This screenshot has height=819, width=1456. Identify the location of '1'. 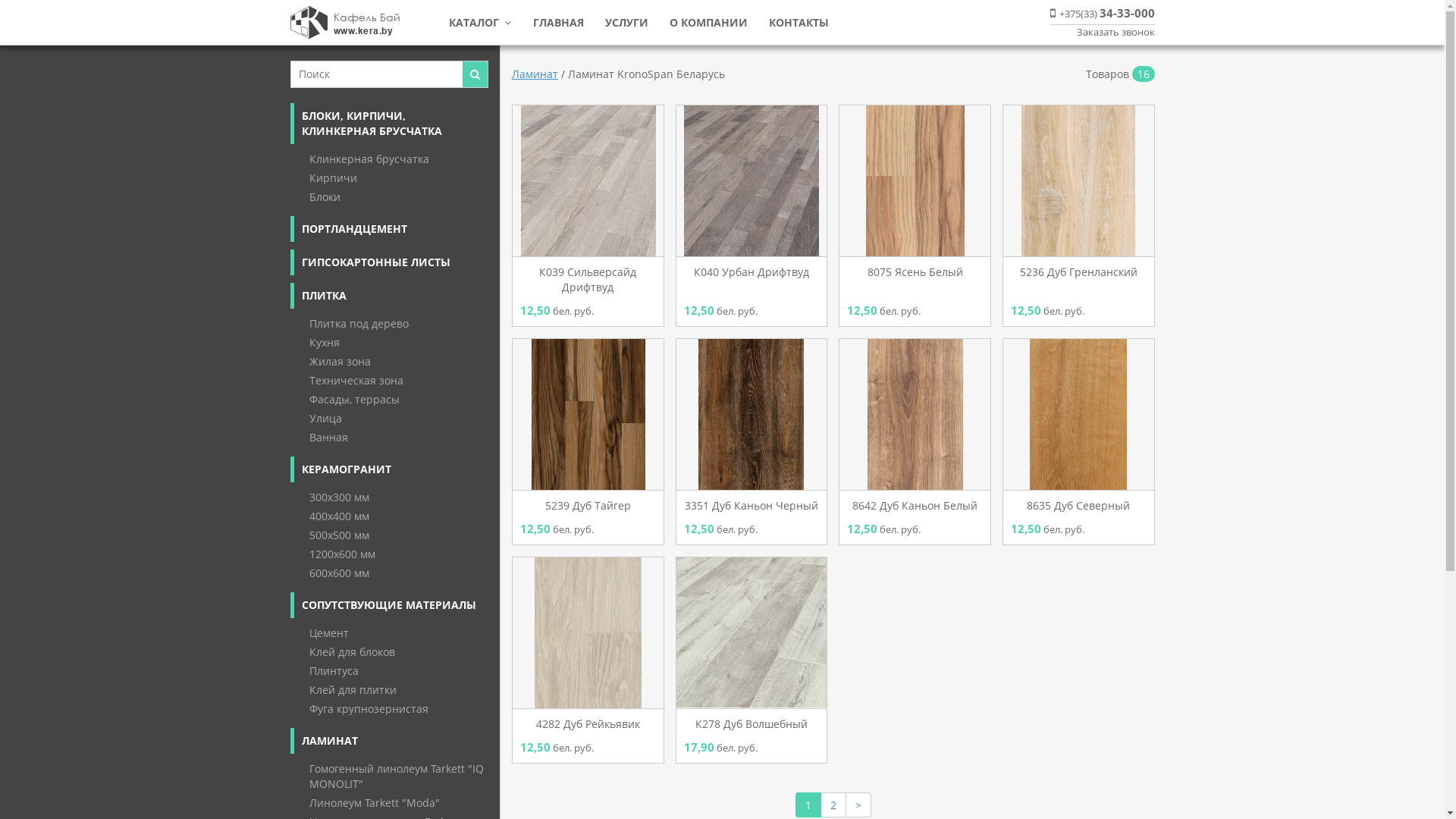
(807, 804).